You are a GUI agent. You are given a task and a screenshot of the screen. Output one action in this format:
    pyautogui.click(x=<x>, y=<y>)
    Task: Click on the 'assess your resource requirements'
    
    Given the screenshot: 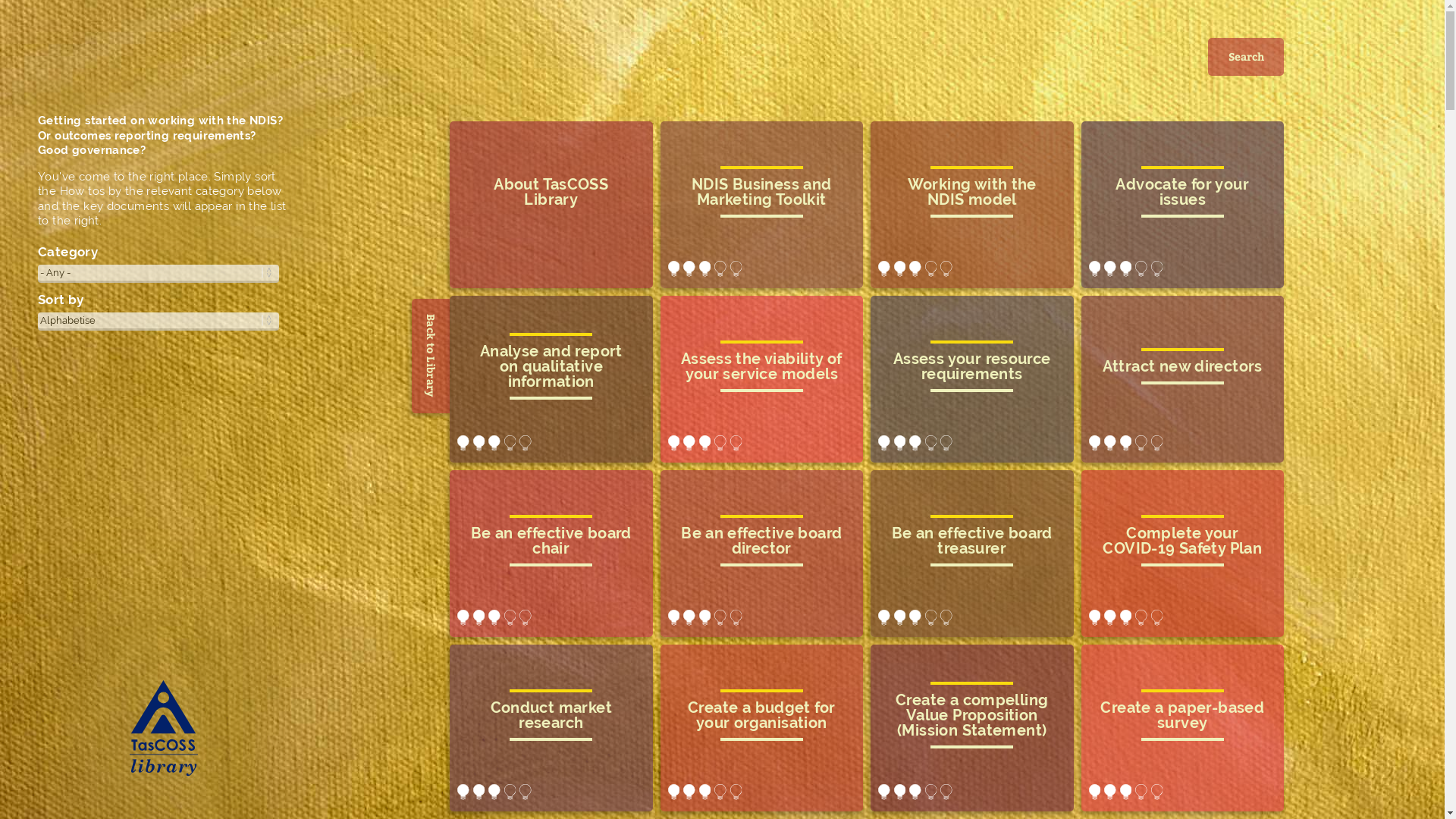 What is the action you would take?
    pyautogui.click(x=971, y=378)
    